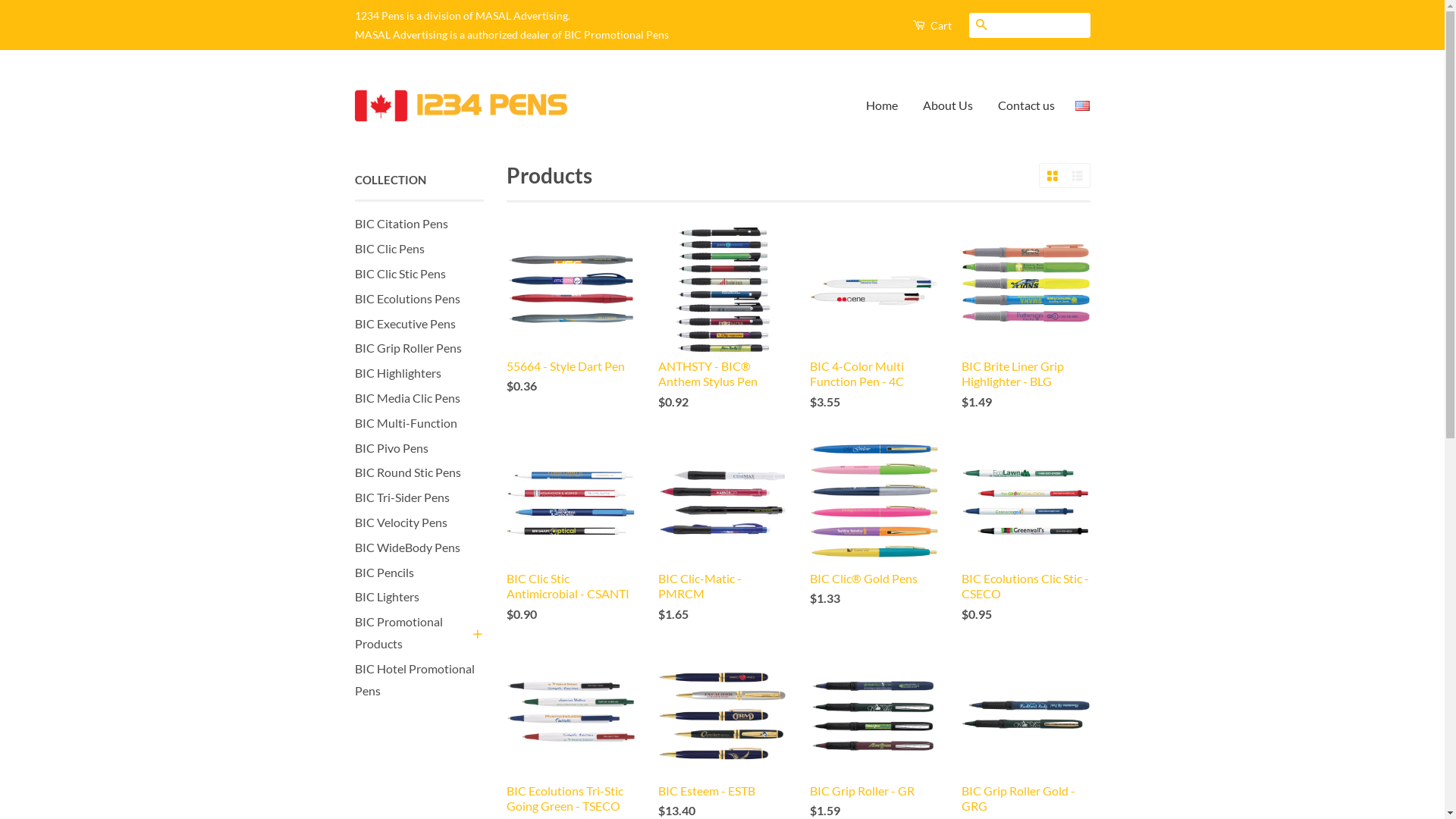 Image resolution: width=1456 pixels, height=819 pixels. I want to click on '+', so click(475, 632).